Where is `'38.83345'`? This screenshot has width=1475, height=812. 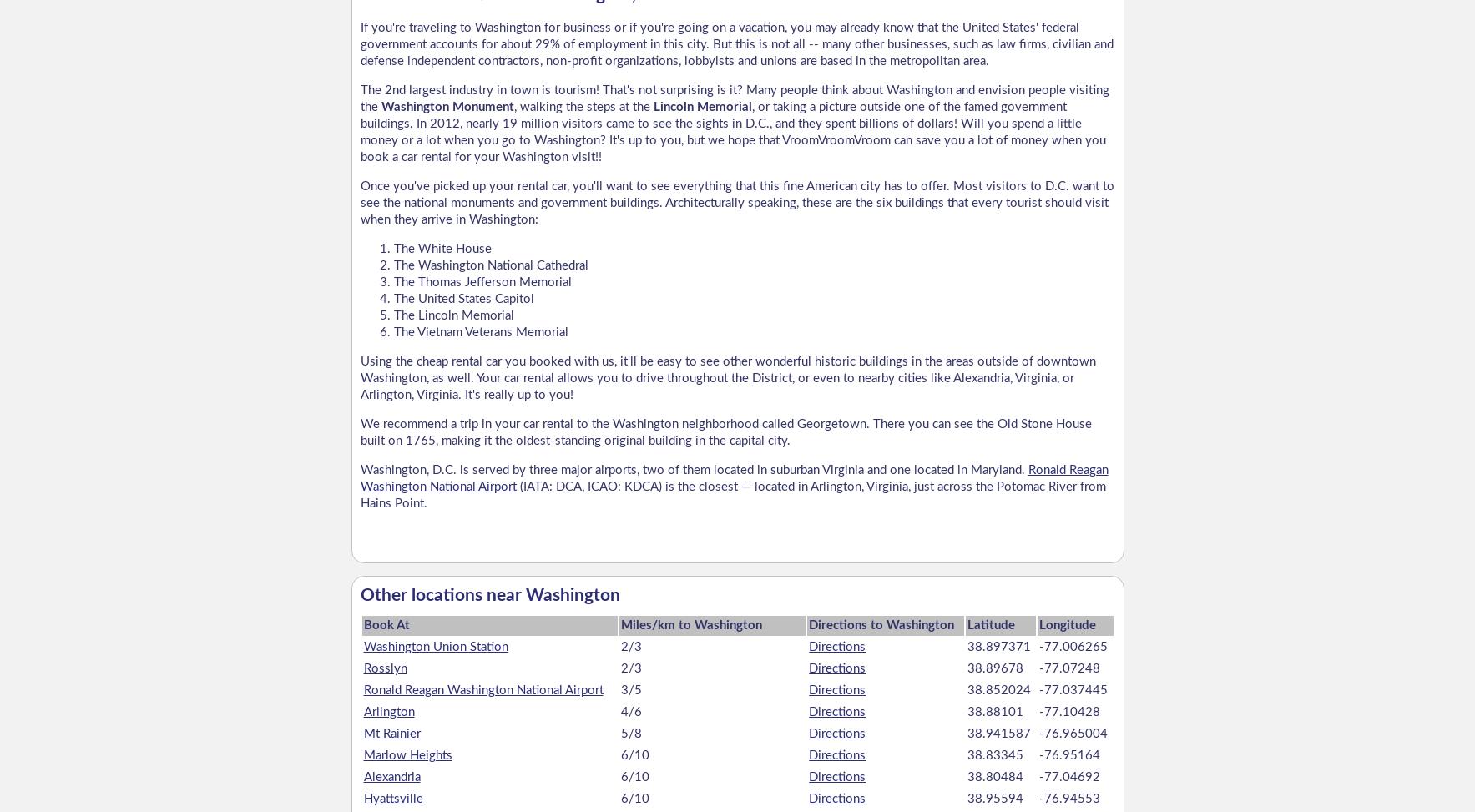
'38.83345' is located at coordinates (993, 754).